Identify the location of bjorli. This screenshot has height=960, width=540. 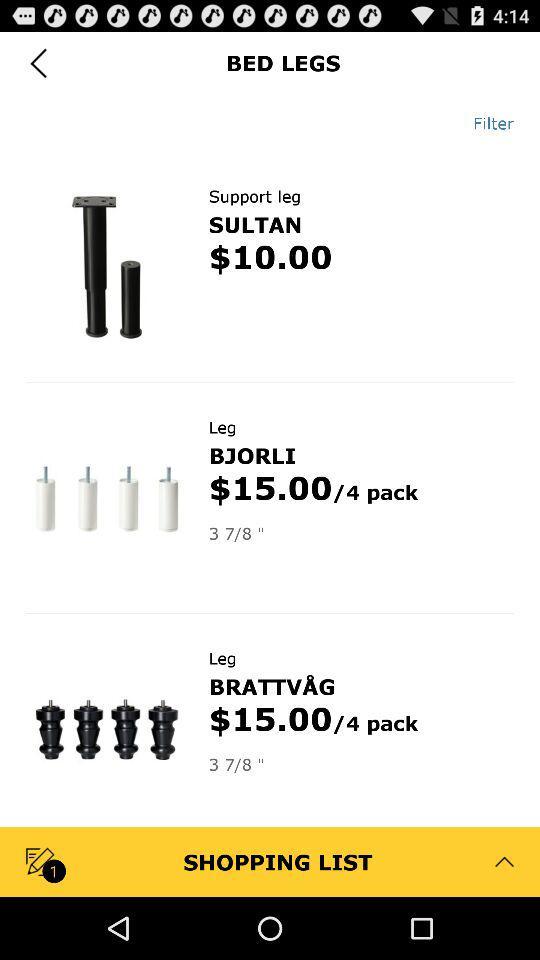
(252, 455).